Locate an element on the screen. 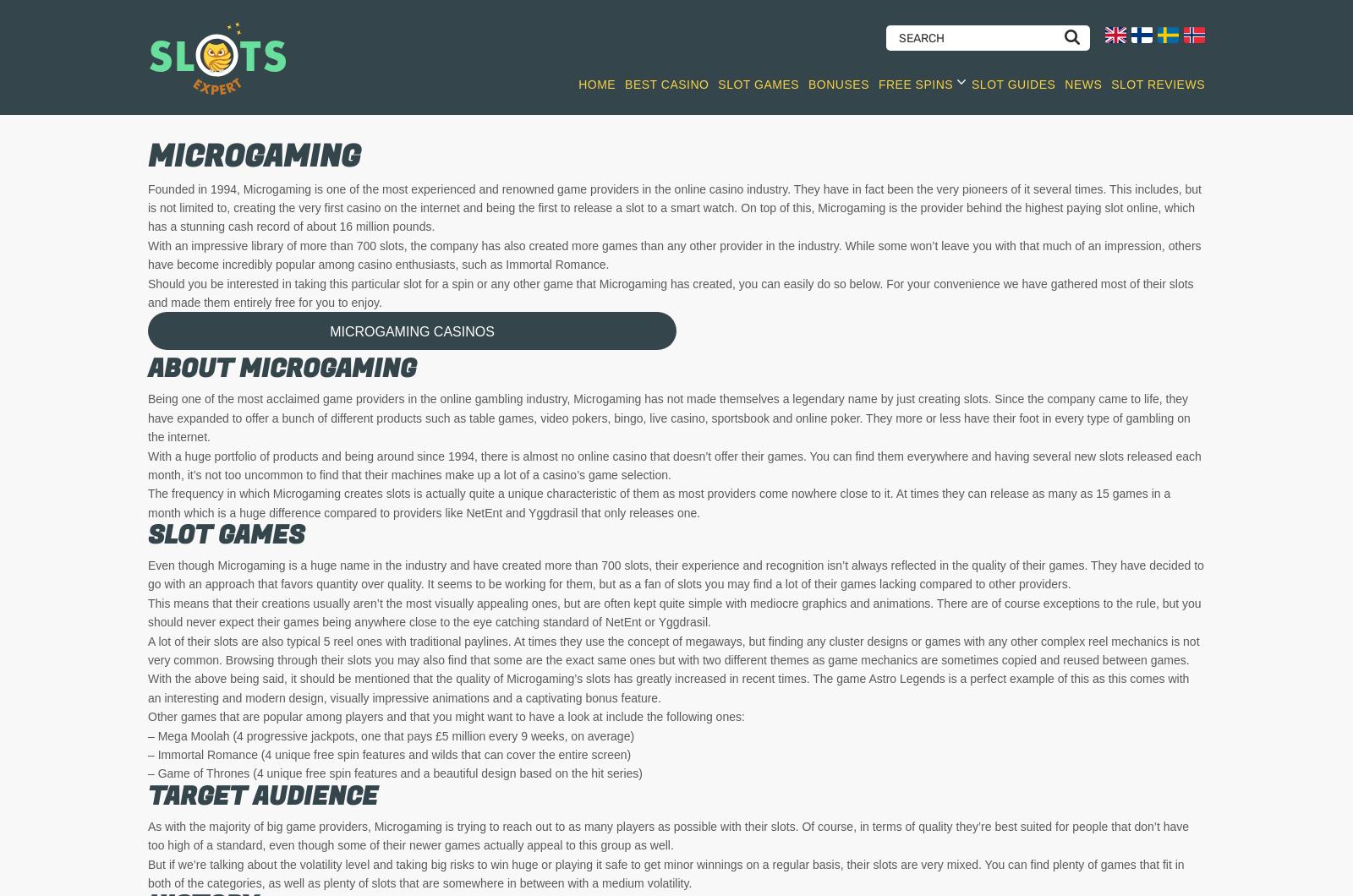 The image size is (1353, 896). 'Double bonus poker' is located at coordinates (763, 624).